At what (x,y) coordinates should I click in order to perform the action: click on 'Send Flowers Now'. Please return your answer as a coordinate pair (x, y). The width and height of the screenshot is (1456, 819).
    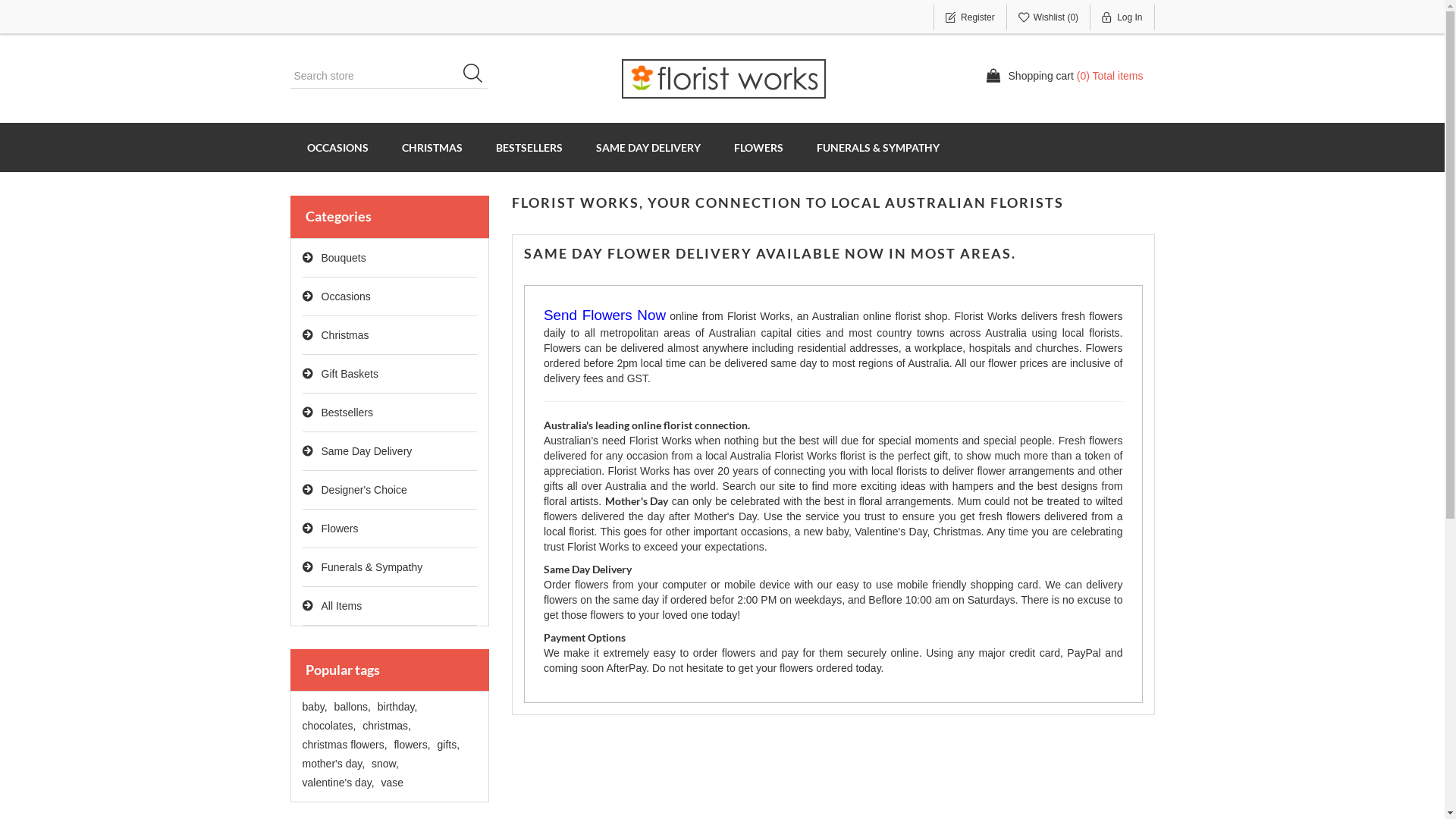
    Looking at the image, I should click on (604, 315).